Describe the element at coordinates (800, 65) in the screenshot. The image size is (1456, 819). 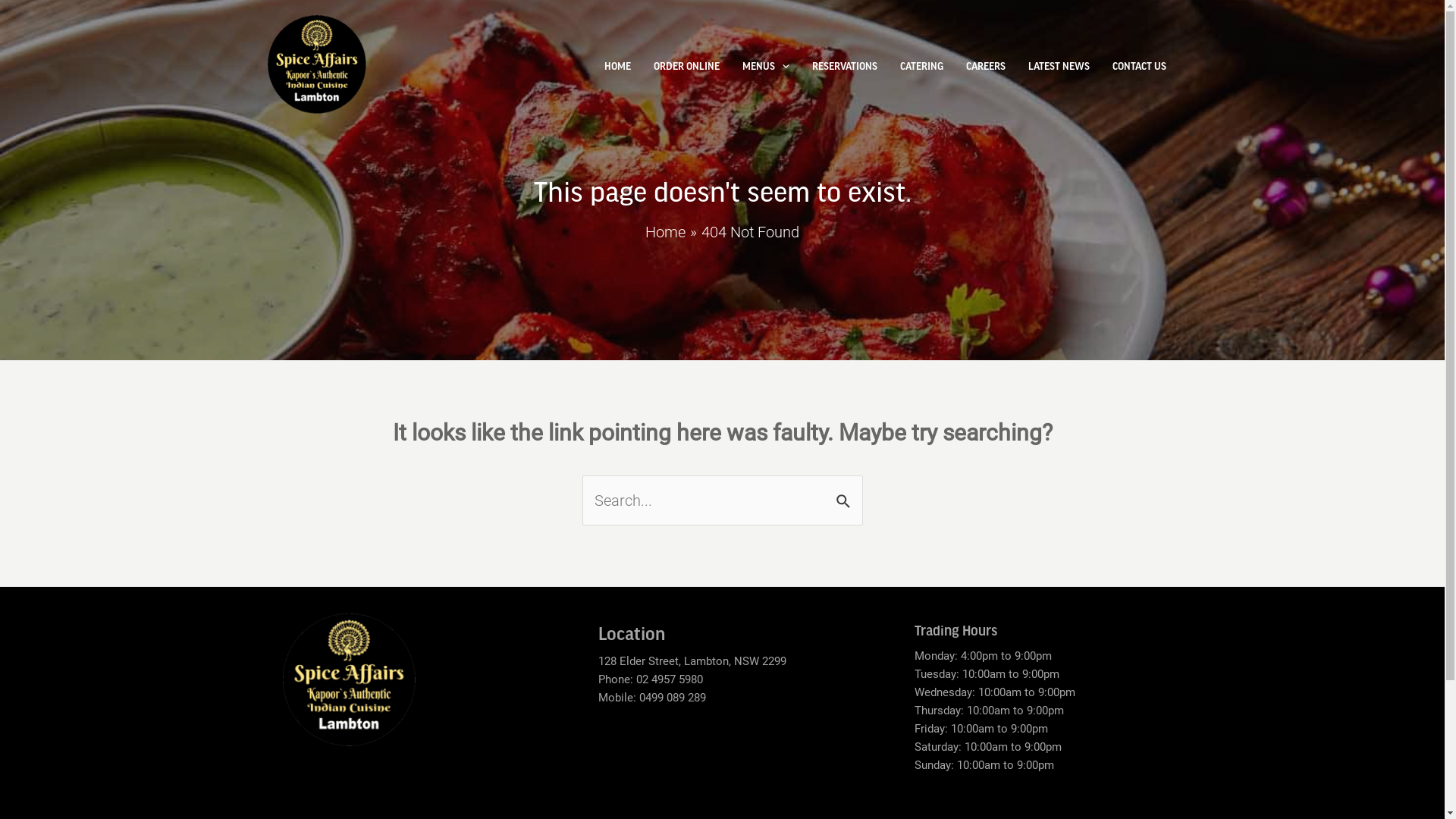
I see `'RESERVATIONS'` at that location.